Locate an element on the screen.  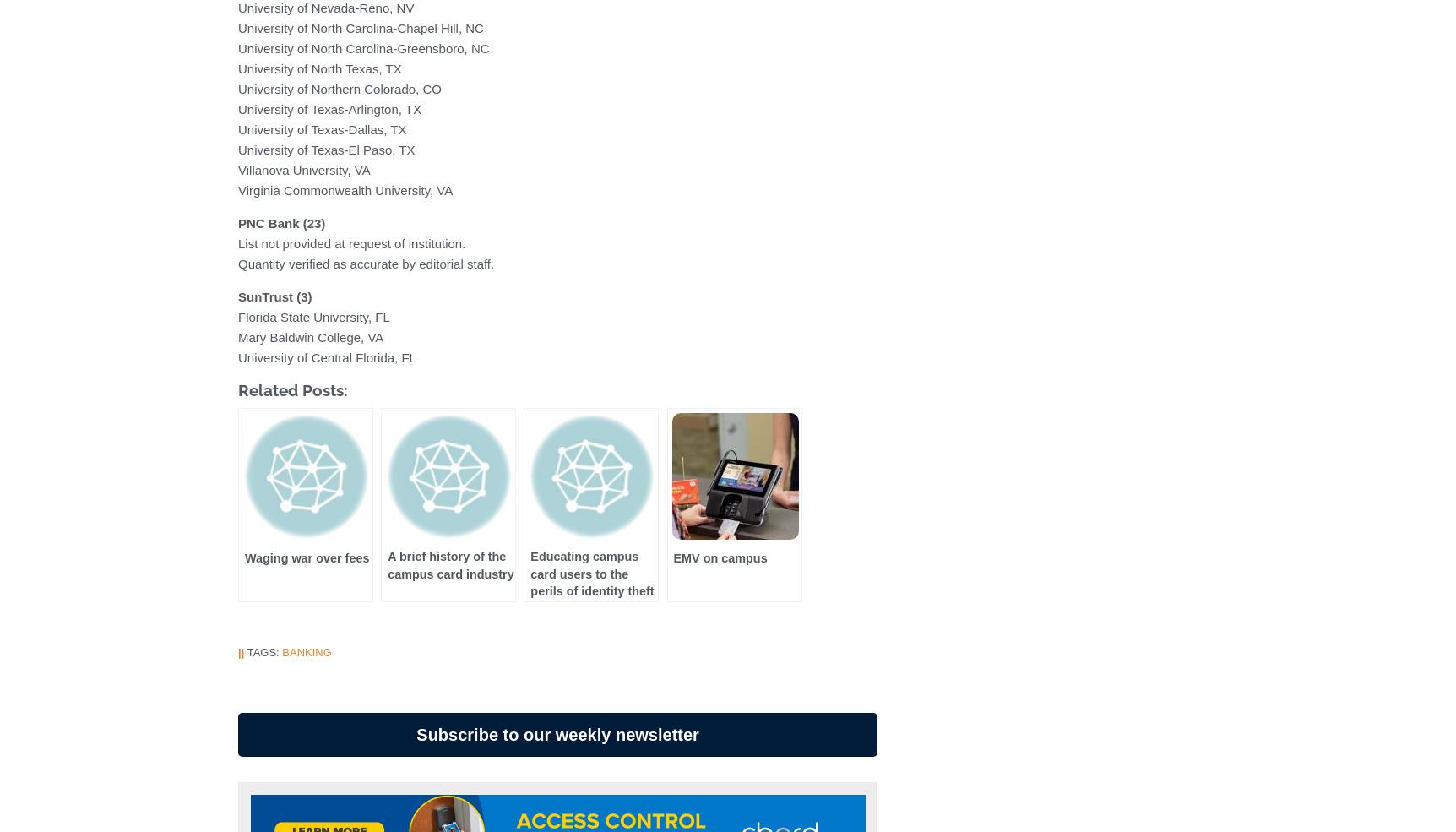
'University of Texas-Arlington, TX' is located at coordinates (237, 108).